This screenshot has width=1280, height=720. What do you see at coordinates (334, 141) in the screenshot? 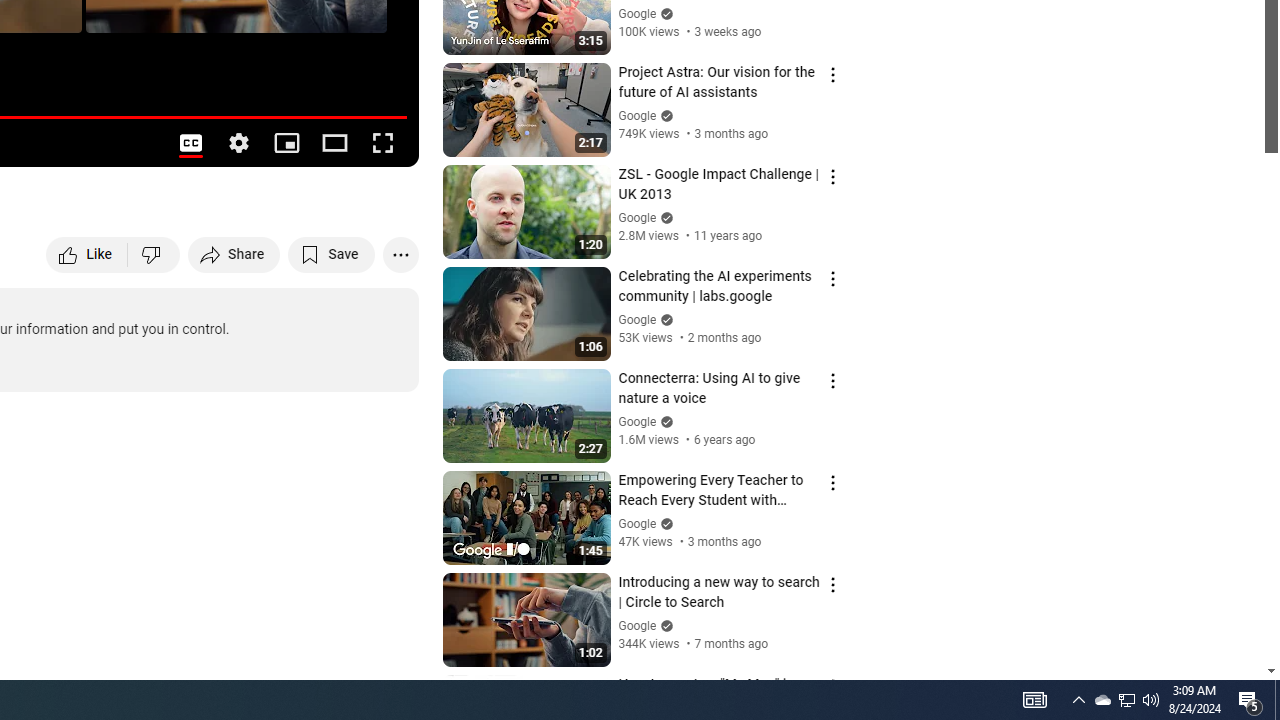
I see `'Theater mode (t)'` at bounding box center [334, 141].